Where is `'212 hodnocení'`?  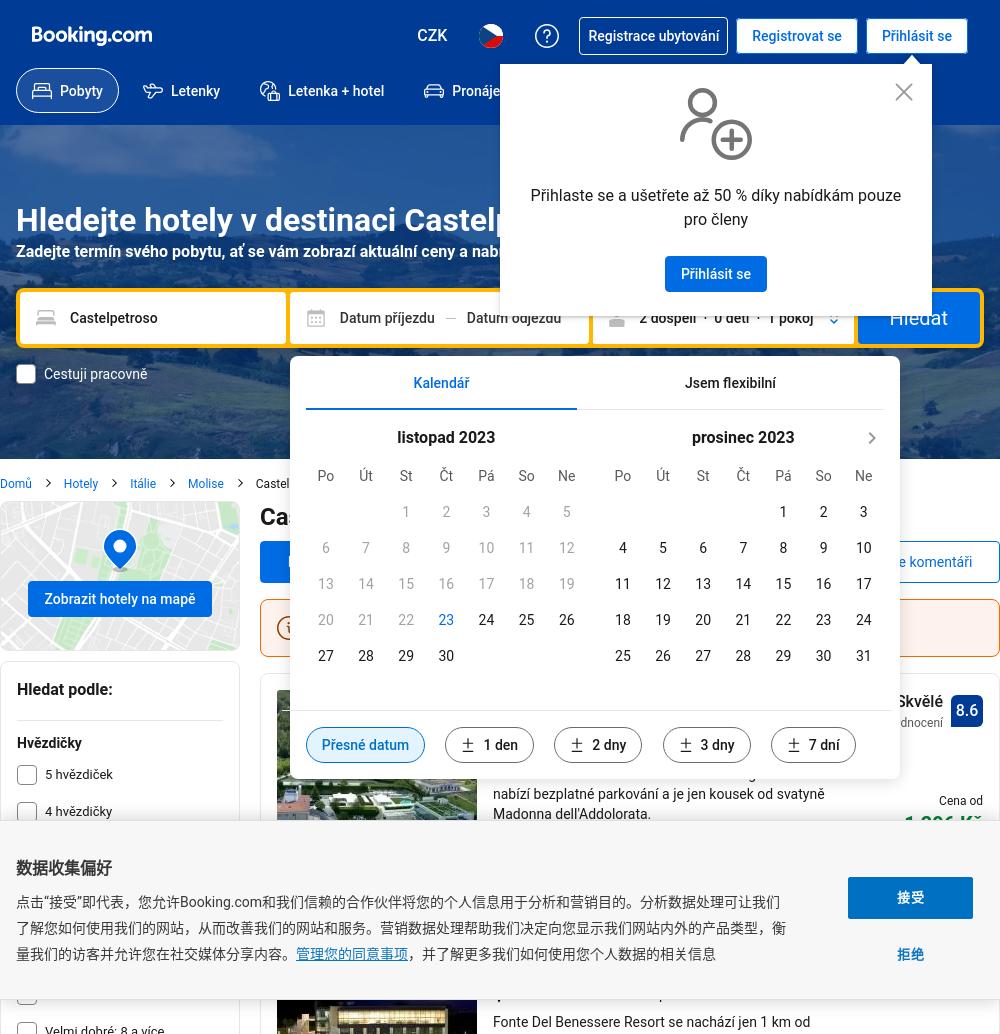 '212 hodnocení' is located at coordinates (903, 722).